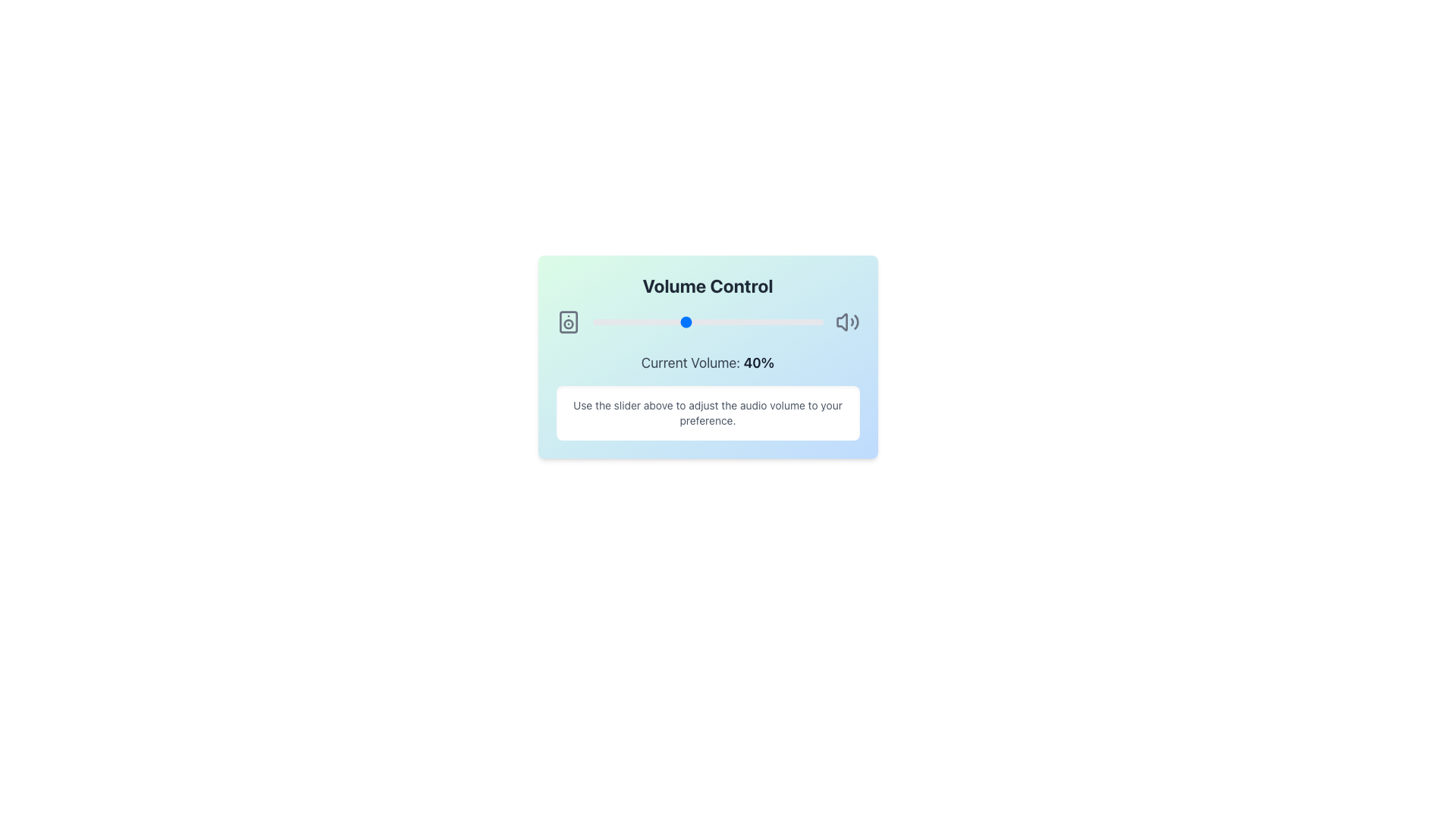 This screenshot has width=1456, height=819. Describe the element at coordinates (567, 321) in the screenshot. I see `the decorative SVG element that is part of the speaker icon located in the top-left corner of the volume control interface to focus on it` at that location.